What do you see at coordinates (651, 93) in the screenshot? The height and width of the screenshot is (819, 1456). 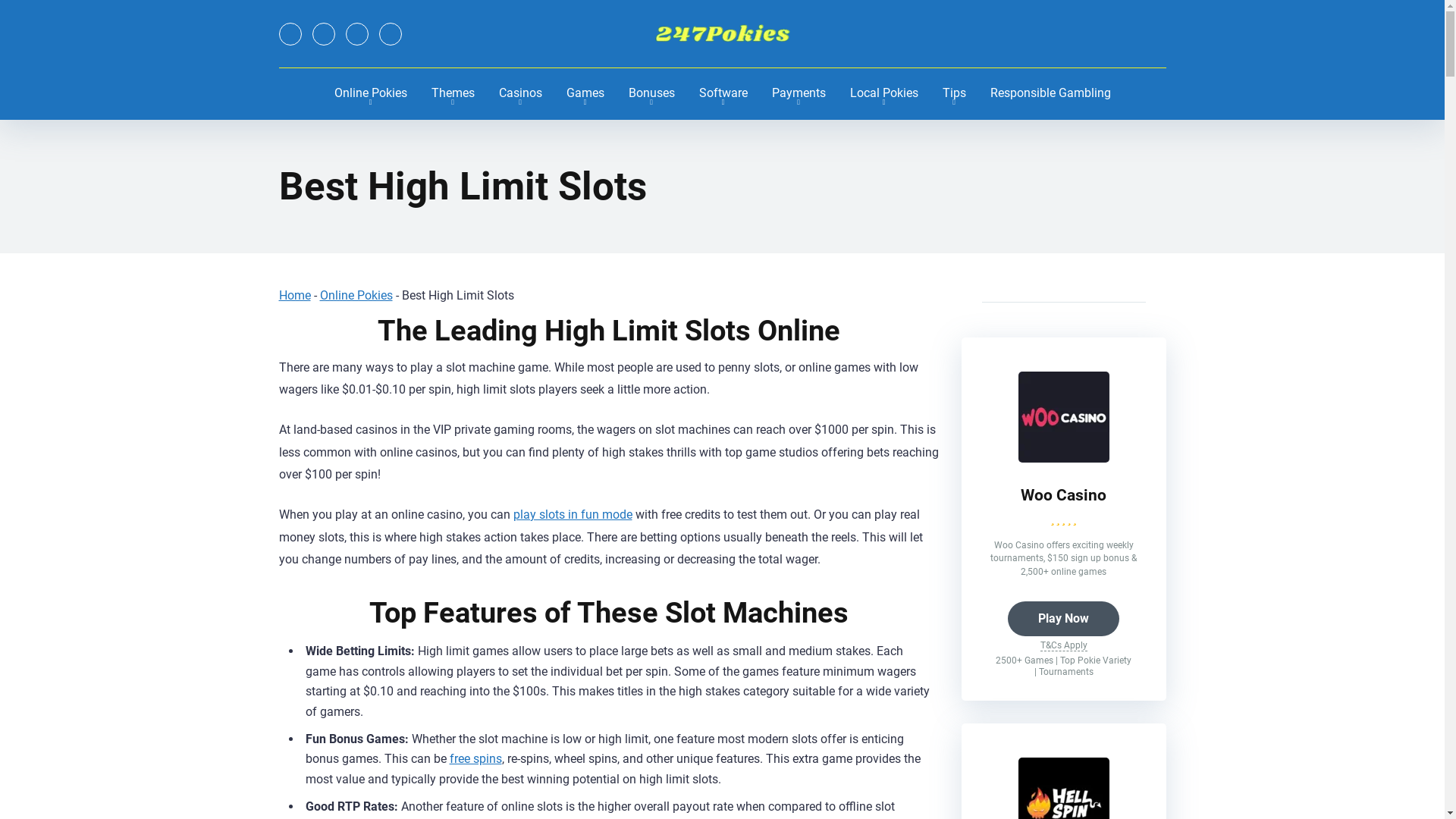 I see `'Bonuses'` at bounding box center [651, 93].